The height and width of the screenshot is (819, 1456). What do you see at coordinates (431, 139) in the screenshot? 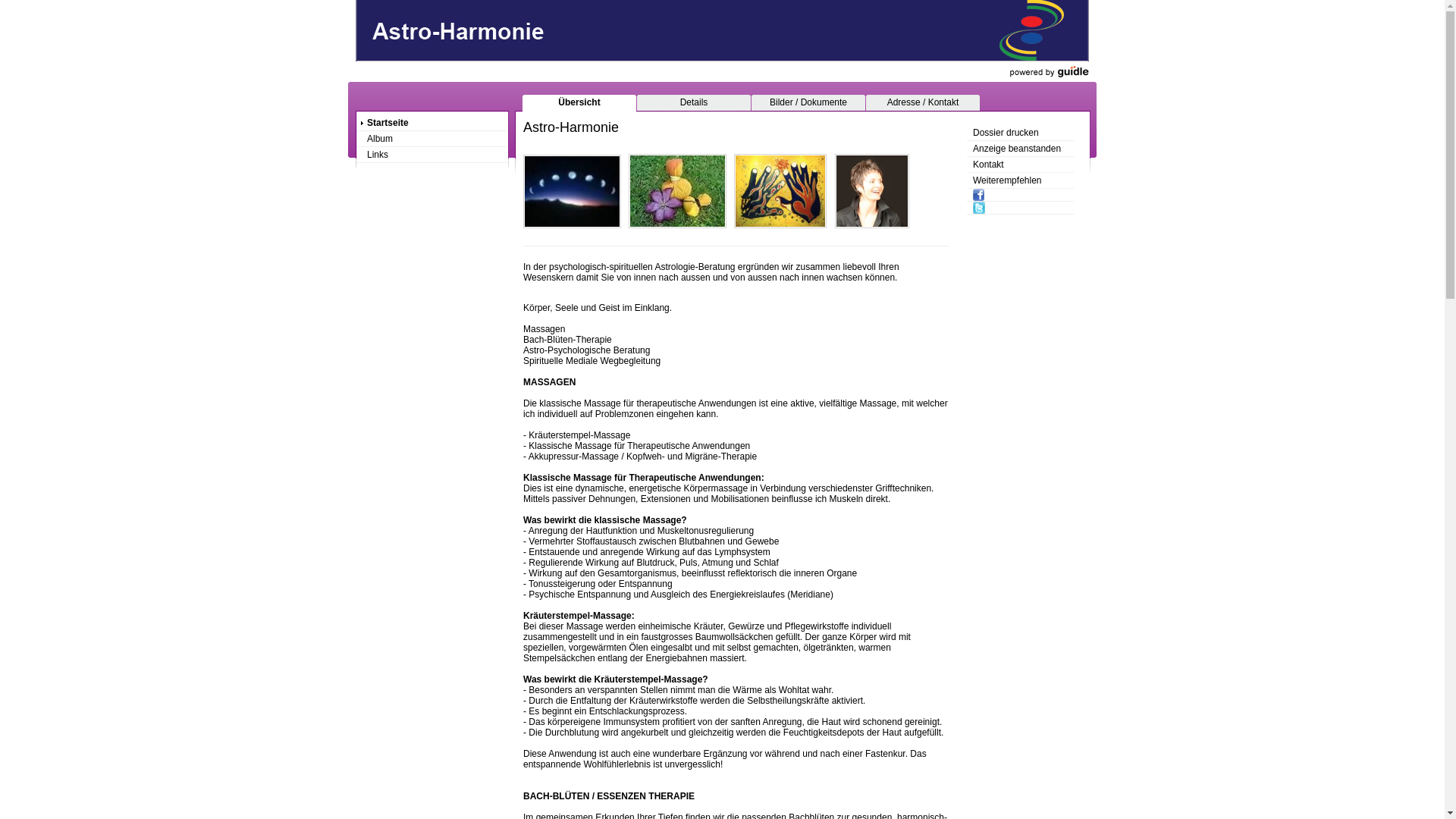
I see `'Album'` at bounding box center [431, 139].